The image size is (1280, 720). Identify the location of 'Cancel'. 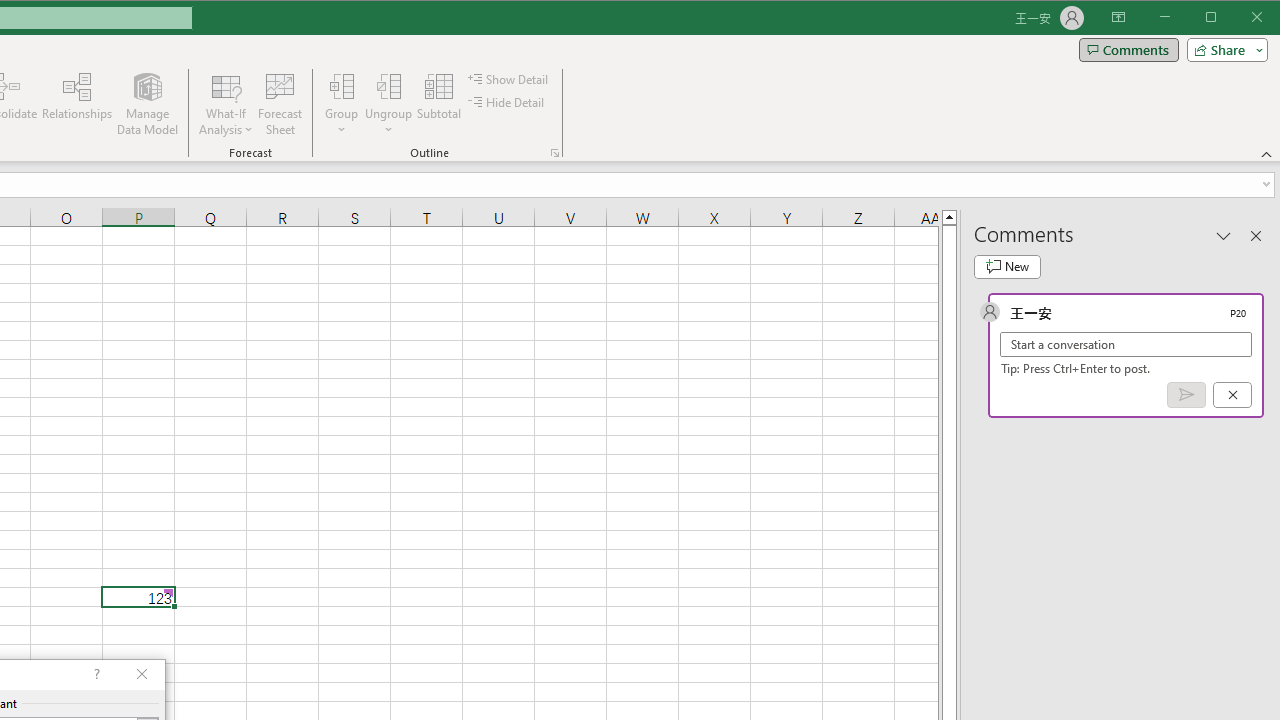
(1231, 395).